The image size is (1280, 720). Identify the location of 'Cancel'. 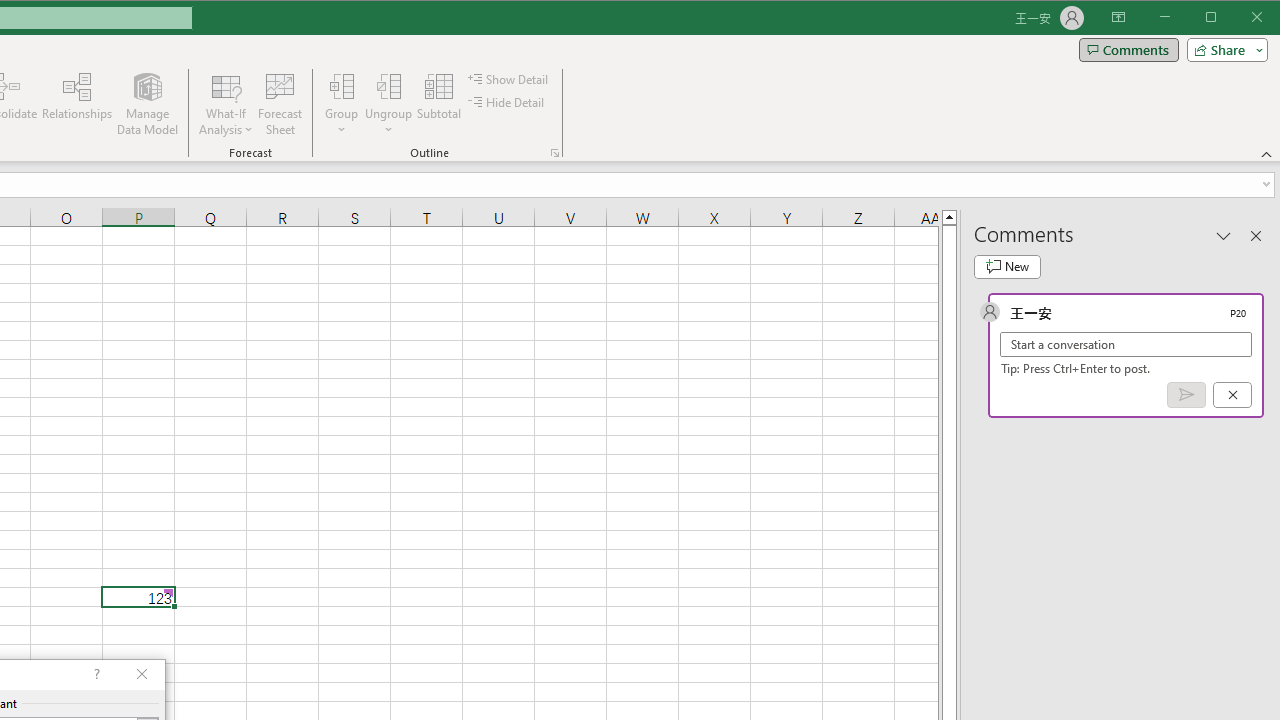
(1231, 395).